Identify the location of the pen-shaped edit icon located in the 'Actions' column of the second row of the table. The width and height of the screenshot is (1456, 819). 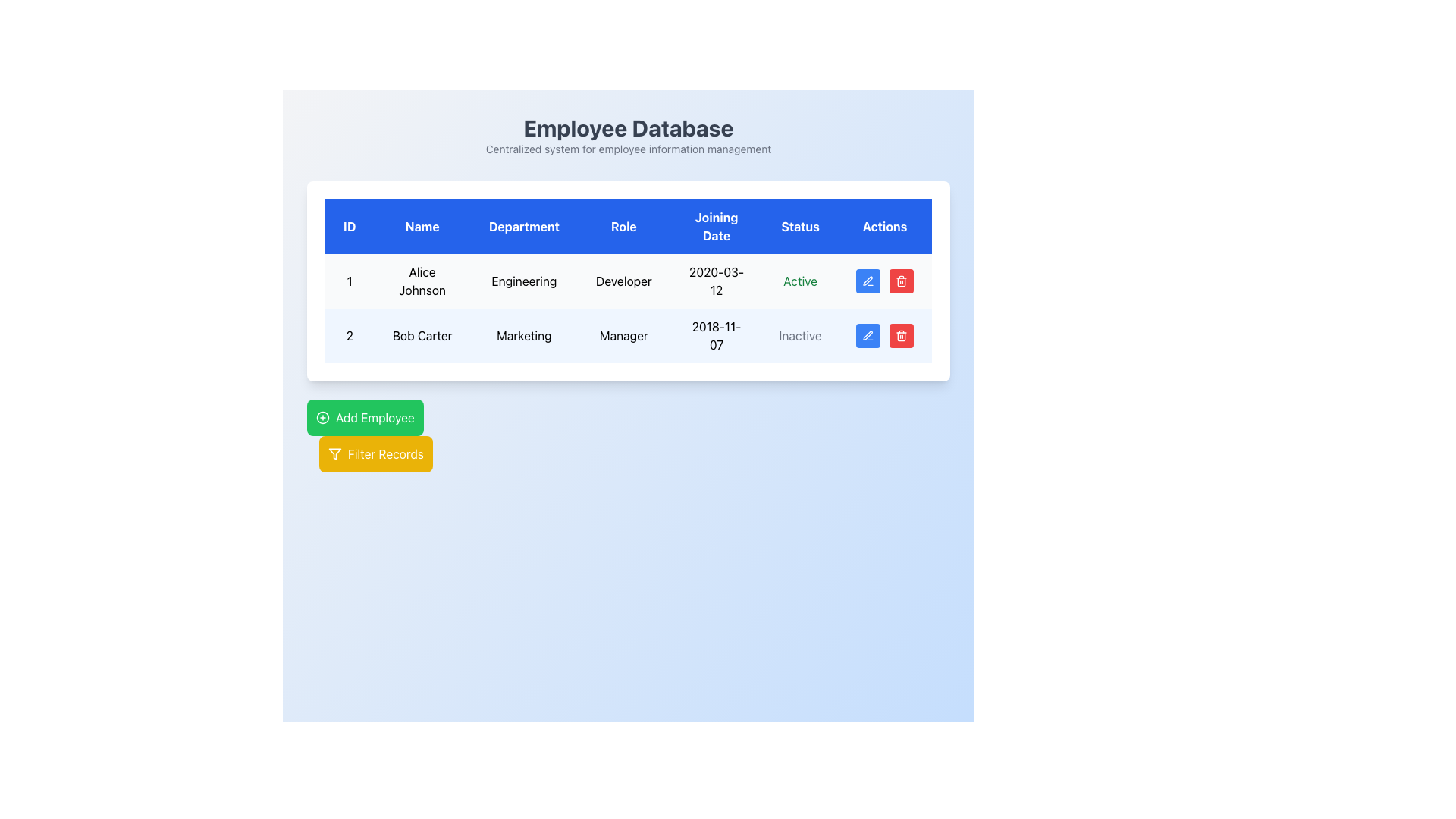
(868, 334).